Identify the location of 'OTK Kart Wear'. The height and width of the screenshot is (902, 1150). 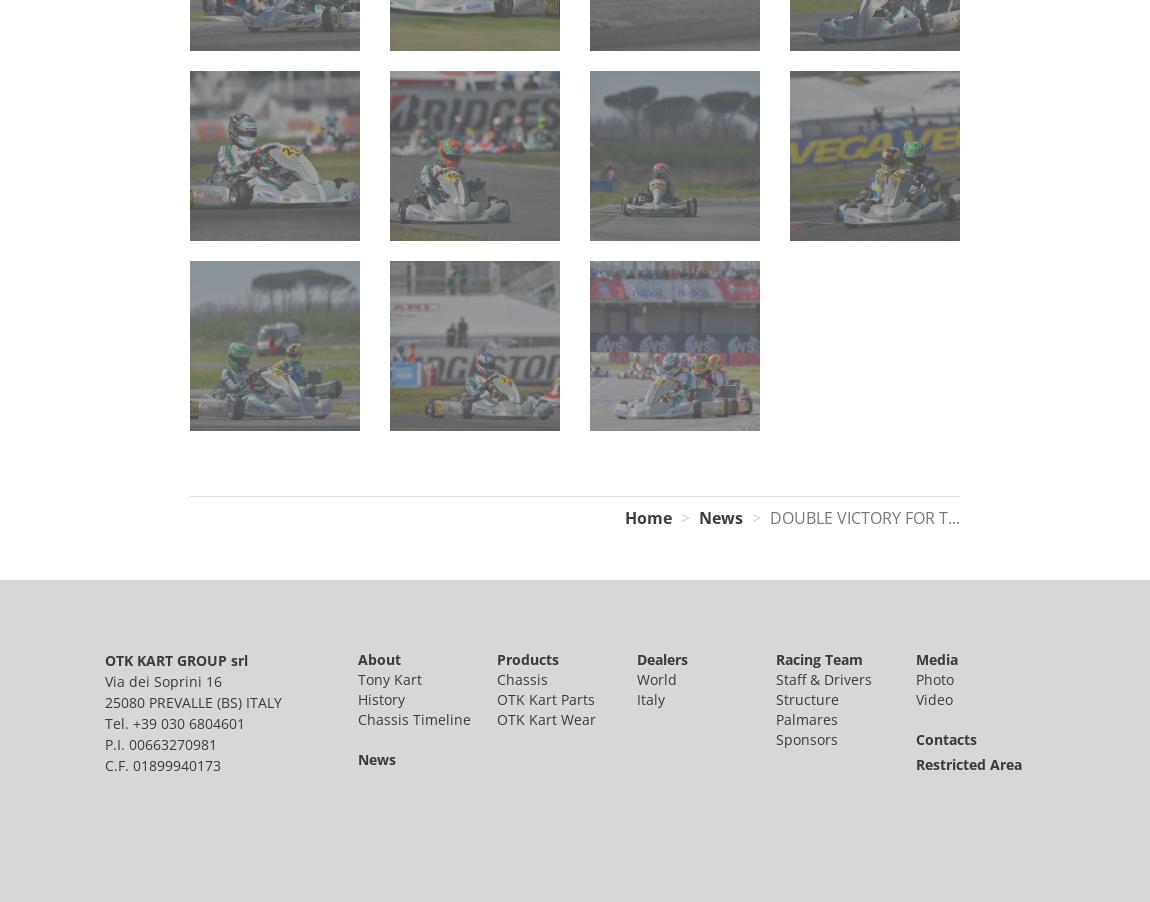
(546, 718).